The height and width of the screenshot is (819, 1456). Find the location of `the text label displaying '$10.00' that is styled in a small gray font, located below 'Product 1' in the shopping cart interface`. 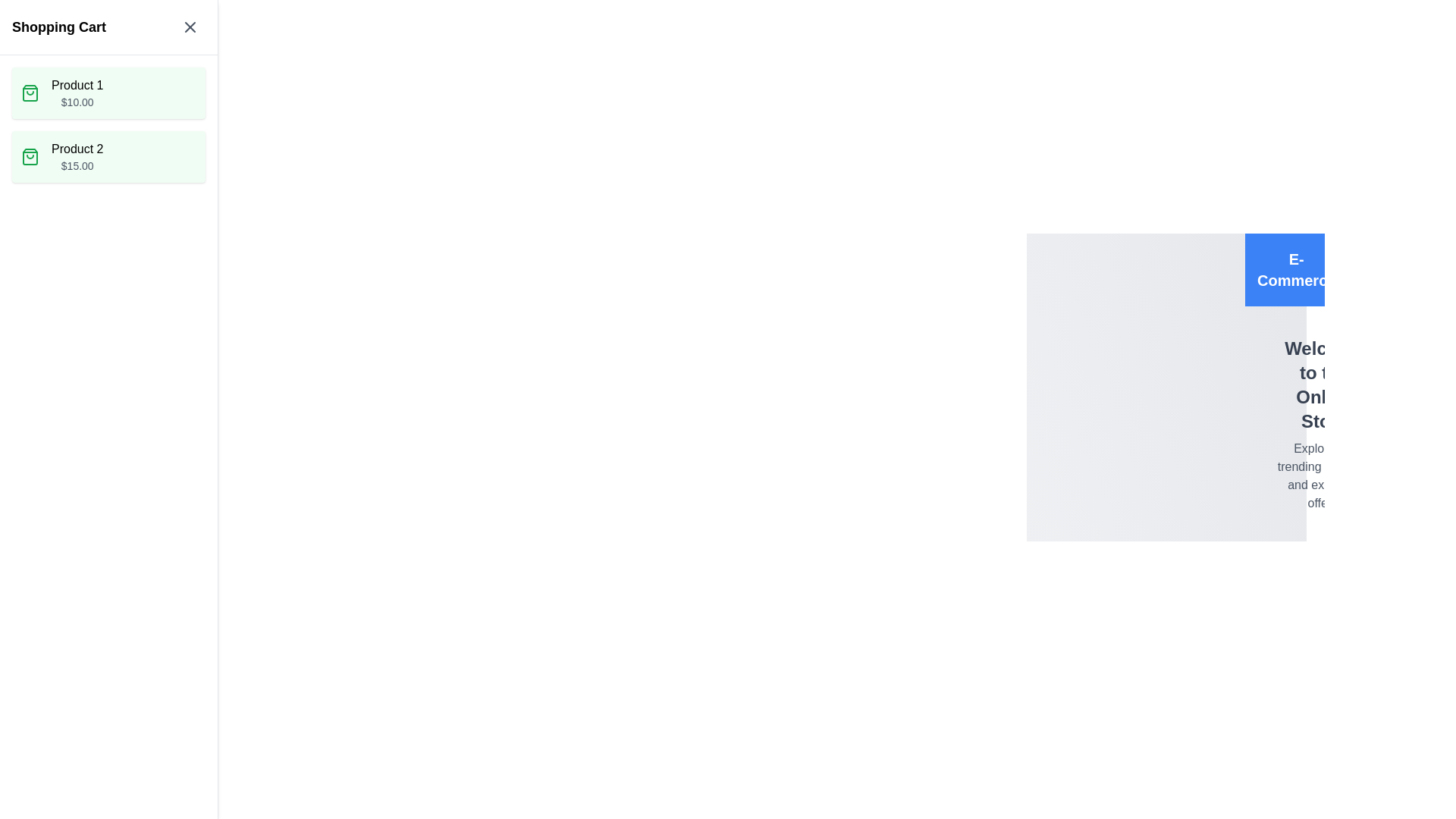

the text label displaying '$10.00' that is styled in a small gray font, located below 'Product 1' in the shopping cart interface is located at coordinates (77, 102).